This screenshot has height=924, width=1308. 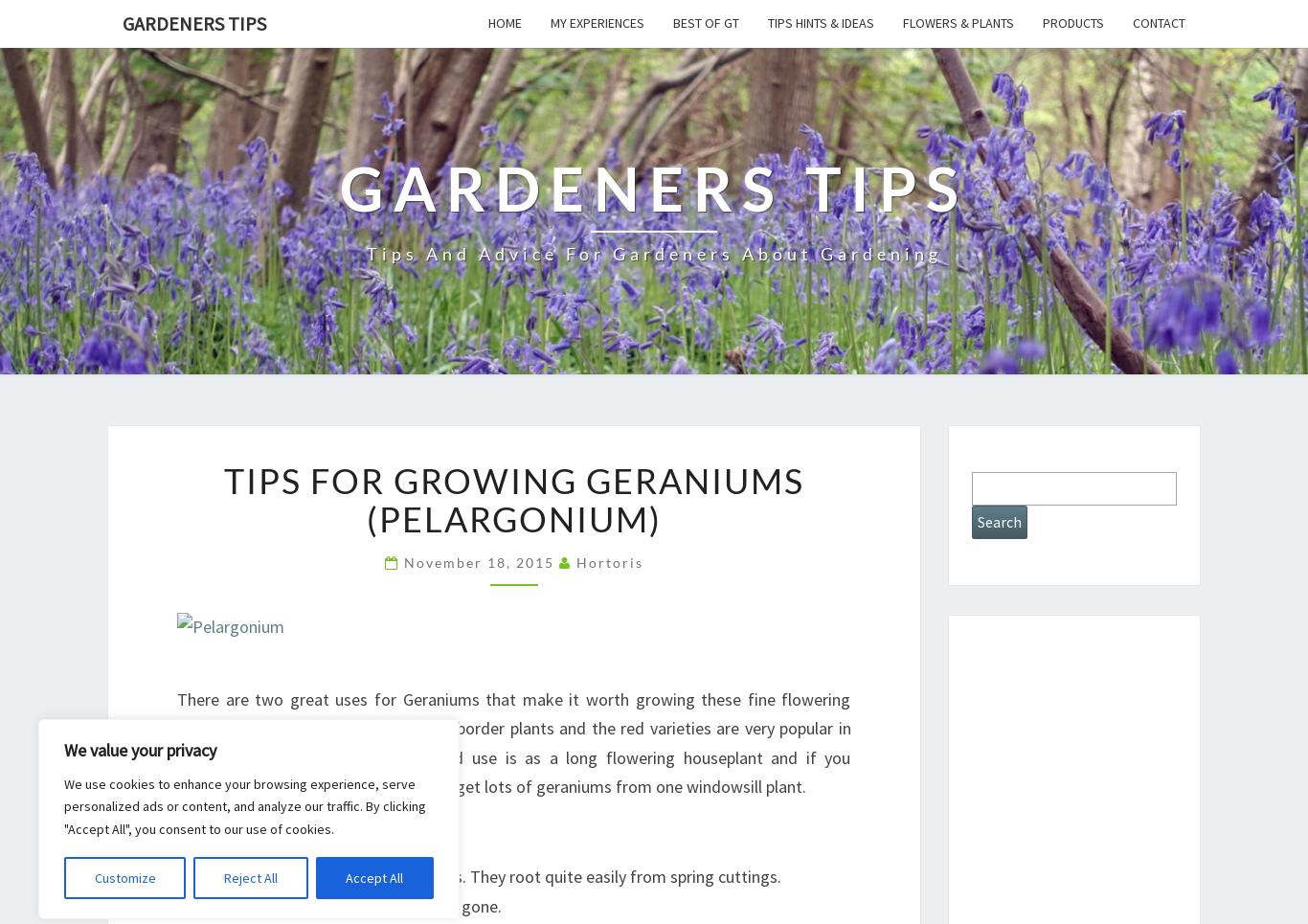 What do you see at coordinates (244, 804) in the screenshot?
I see `'We use cookies to enhance your browsing experience, serve personalized ads or content, and analyze our traffic. By clicking "Accept All", you consent to our use of cookies.'` at bounding box center [244, 804].